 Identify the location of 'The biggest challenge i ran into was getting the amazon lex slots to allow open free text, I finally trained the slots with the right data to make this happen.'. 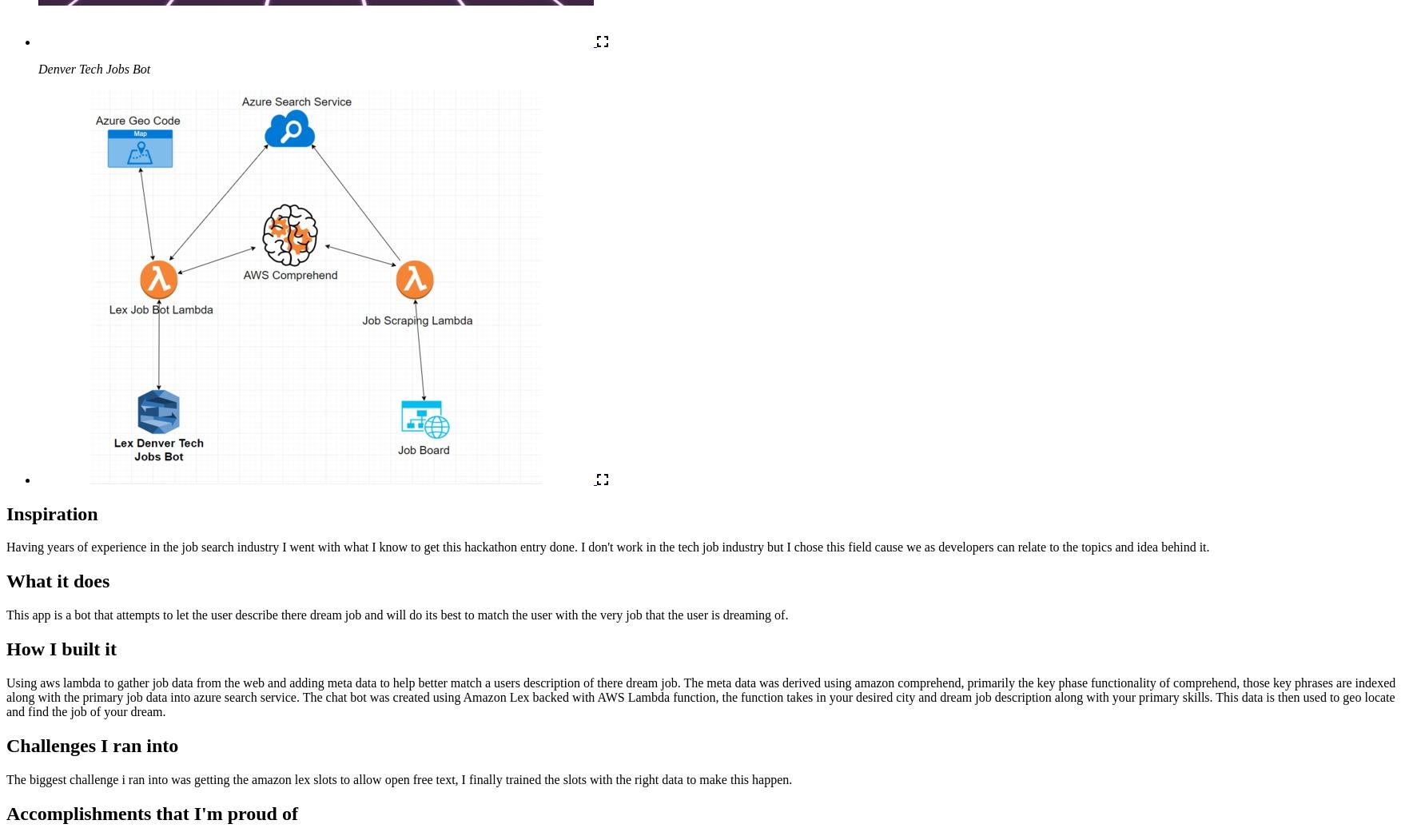
(399, 778).